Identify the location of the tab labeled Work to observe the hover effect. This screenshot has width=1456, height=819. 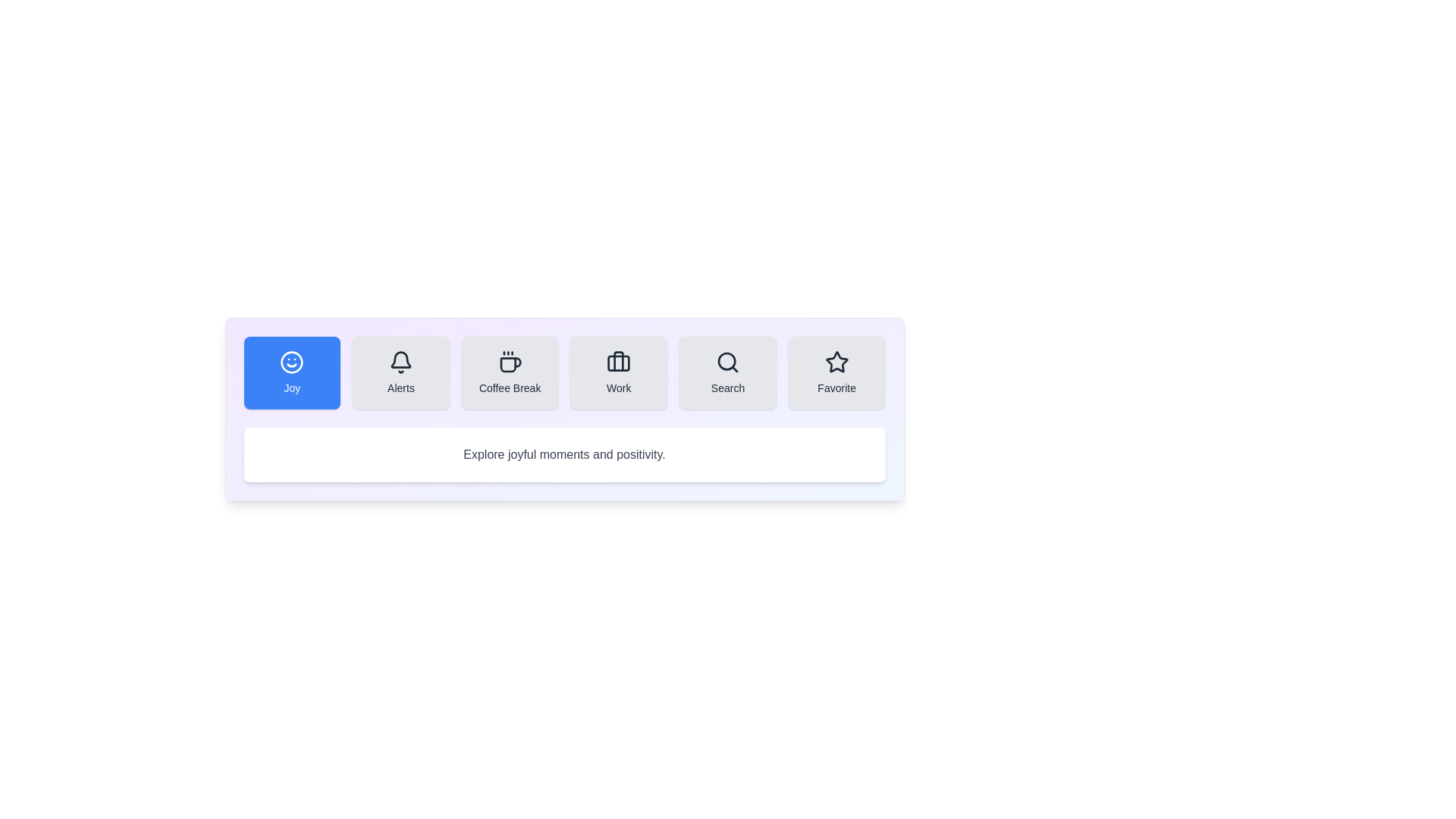
(619, 373).